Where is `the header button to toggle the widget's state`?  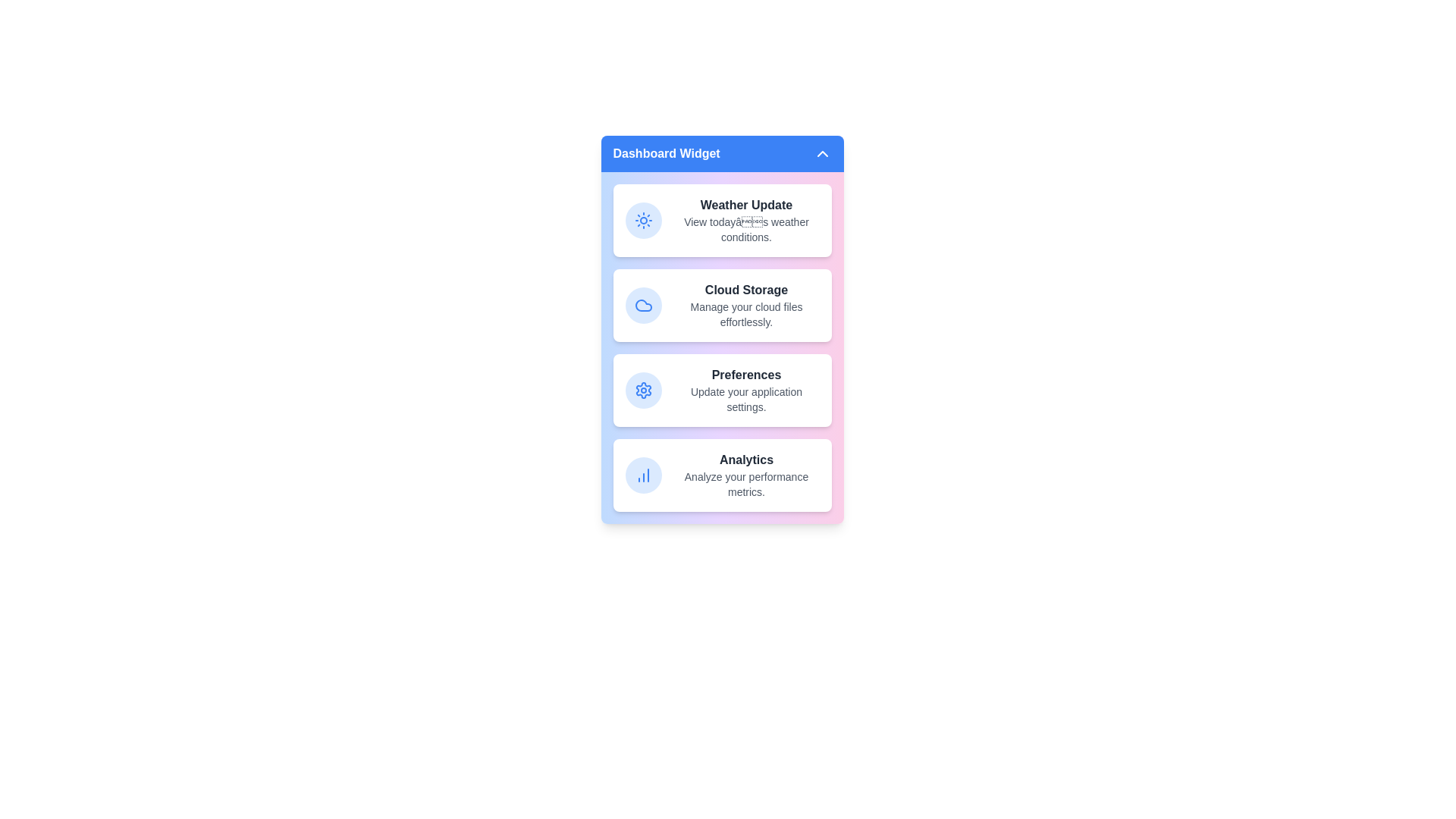 the header button to toggle the widget's state is located at coordinates (721, 154).